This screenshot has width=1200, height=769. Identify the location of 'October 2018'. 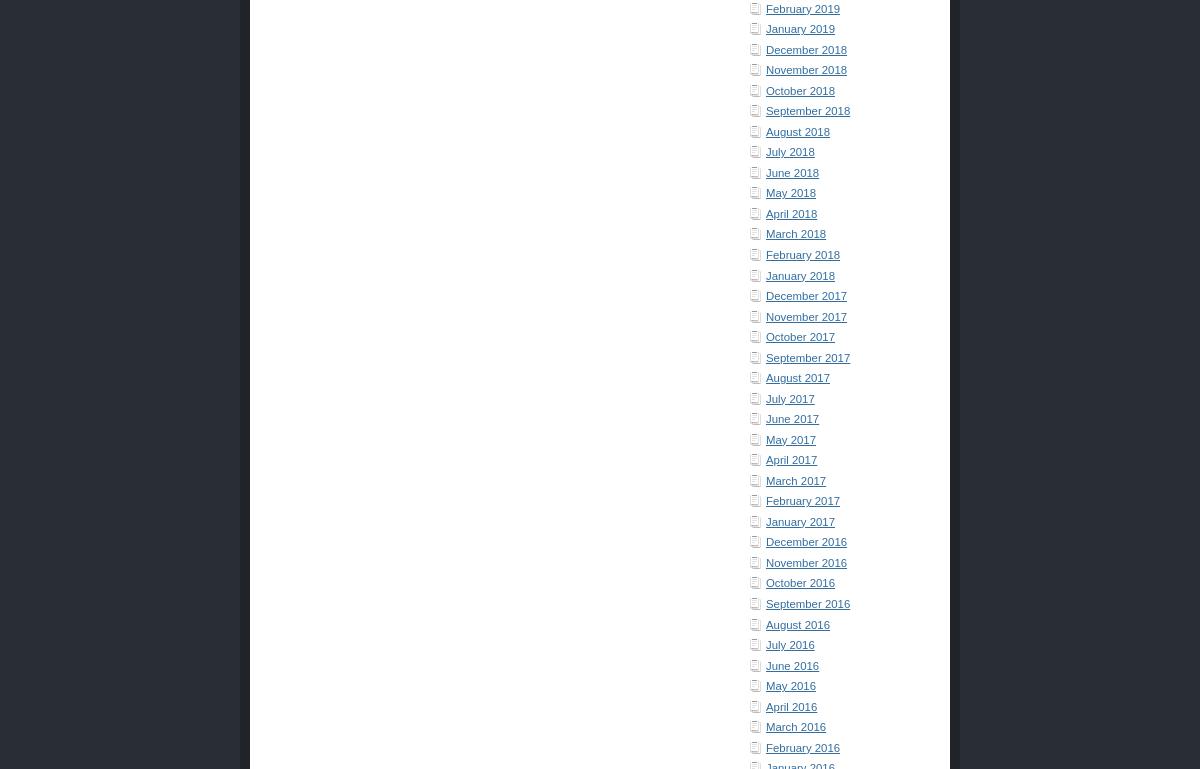
(799, 88).